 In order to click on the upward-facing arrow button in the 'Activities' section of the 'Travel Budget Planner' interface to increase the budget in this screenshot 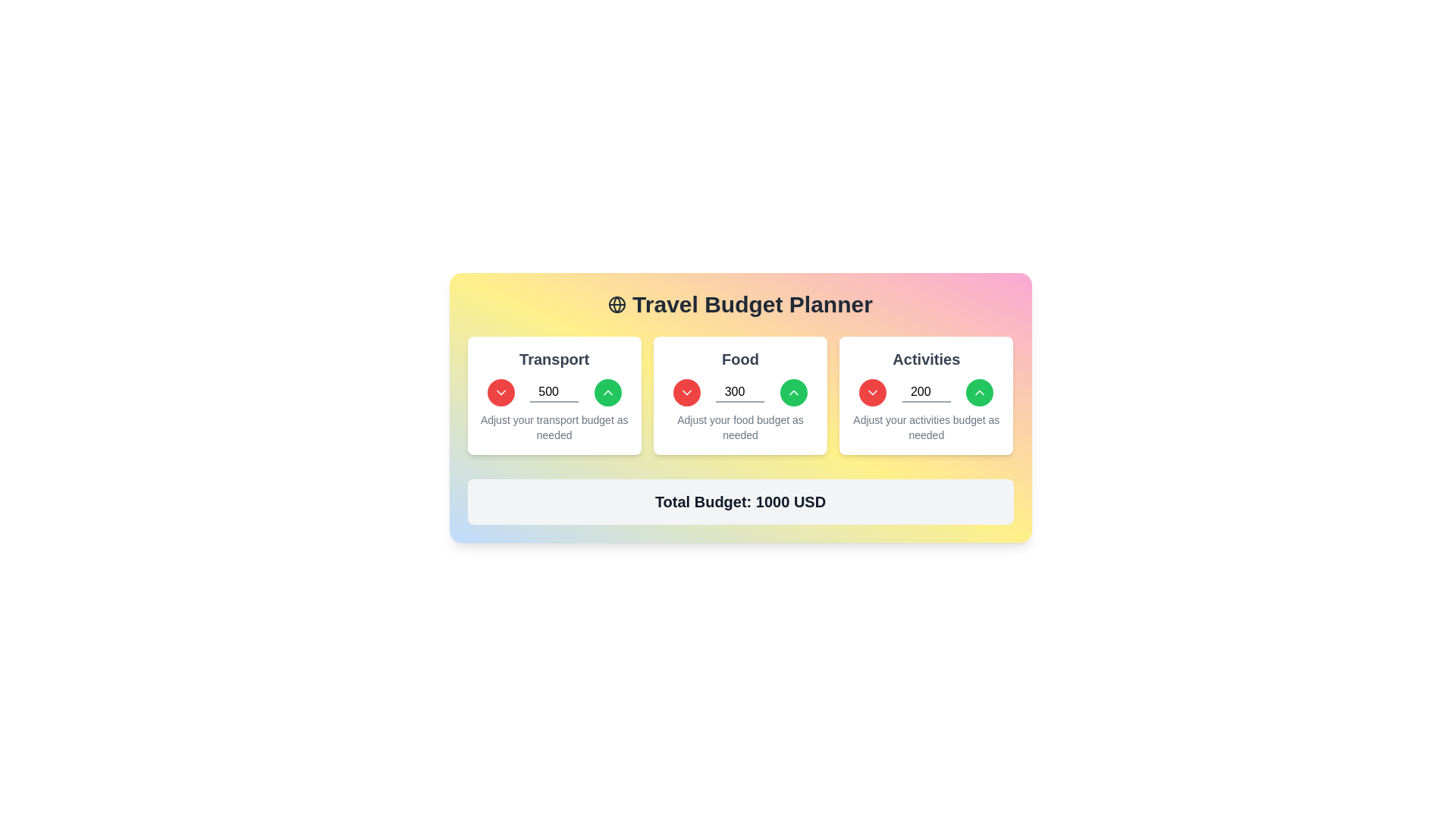, I will do `click(980, 391)`.